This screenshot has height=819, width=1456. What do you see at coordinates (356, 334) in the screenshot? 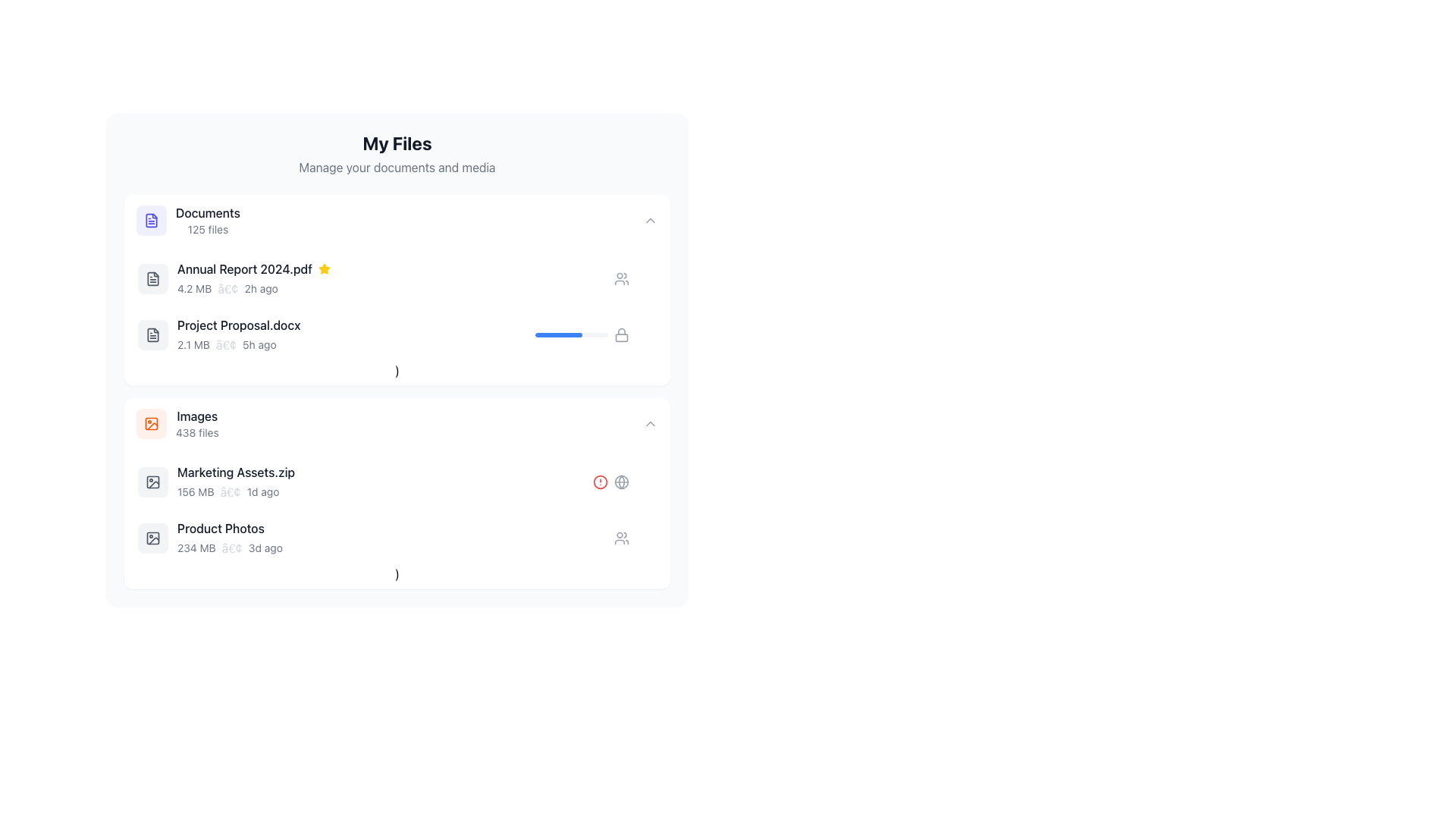
I see `the second file entry in the document management interface, located below 'Annual Report 2024.pdf' and above 'Images'` at bounding box center [356, 334].